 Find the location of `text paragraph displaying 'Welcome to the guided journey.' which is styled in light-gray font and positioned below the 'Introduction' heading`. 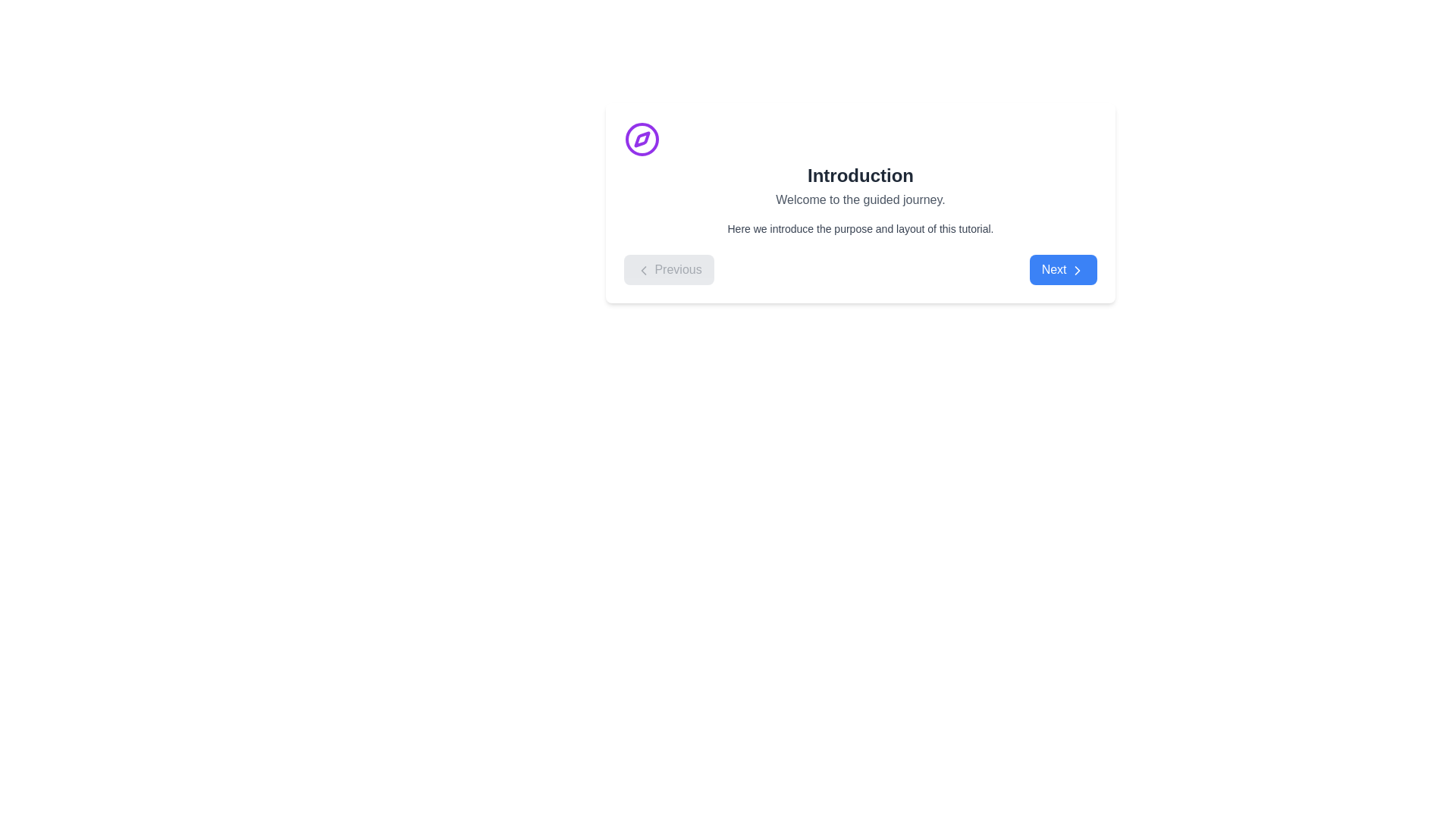

text paragraph displaying 'Welcome to the guided journey.' which is styled in light-gray font and positioned below the 'Introduction' heading is located at coordinates (860, 199).